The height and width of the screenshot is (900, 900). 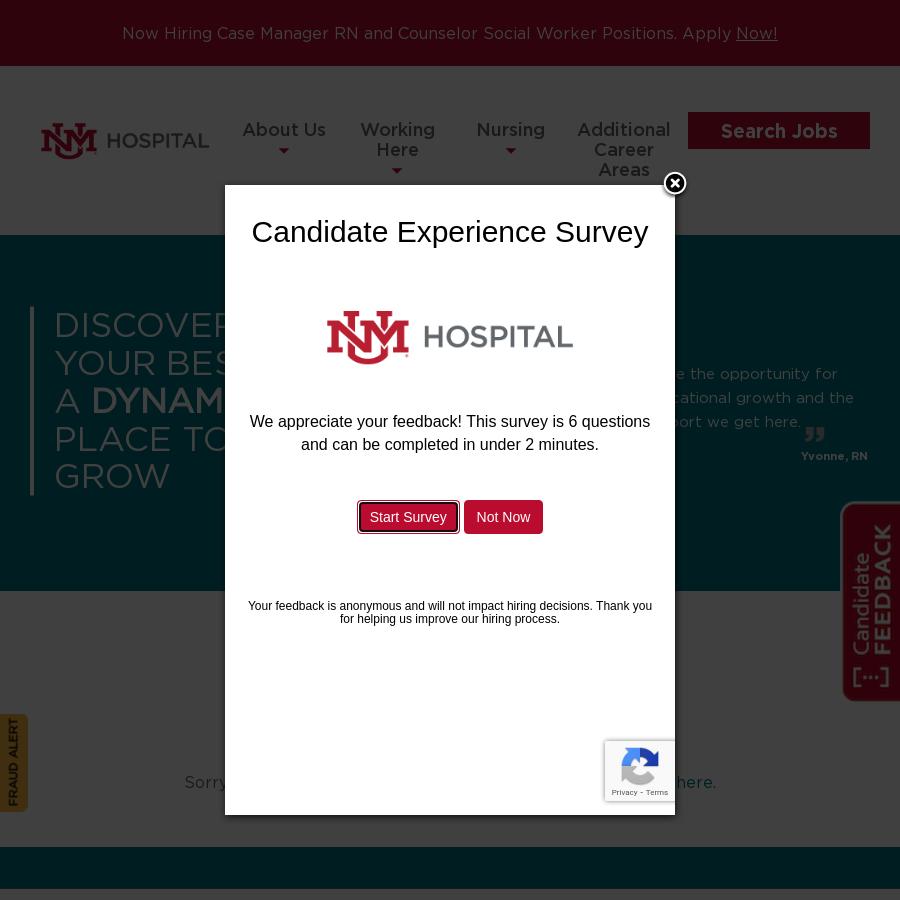 I want to click on 'Advanced Practice Careers', so click(x=623, y=281).